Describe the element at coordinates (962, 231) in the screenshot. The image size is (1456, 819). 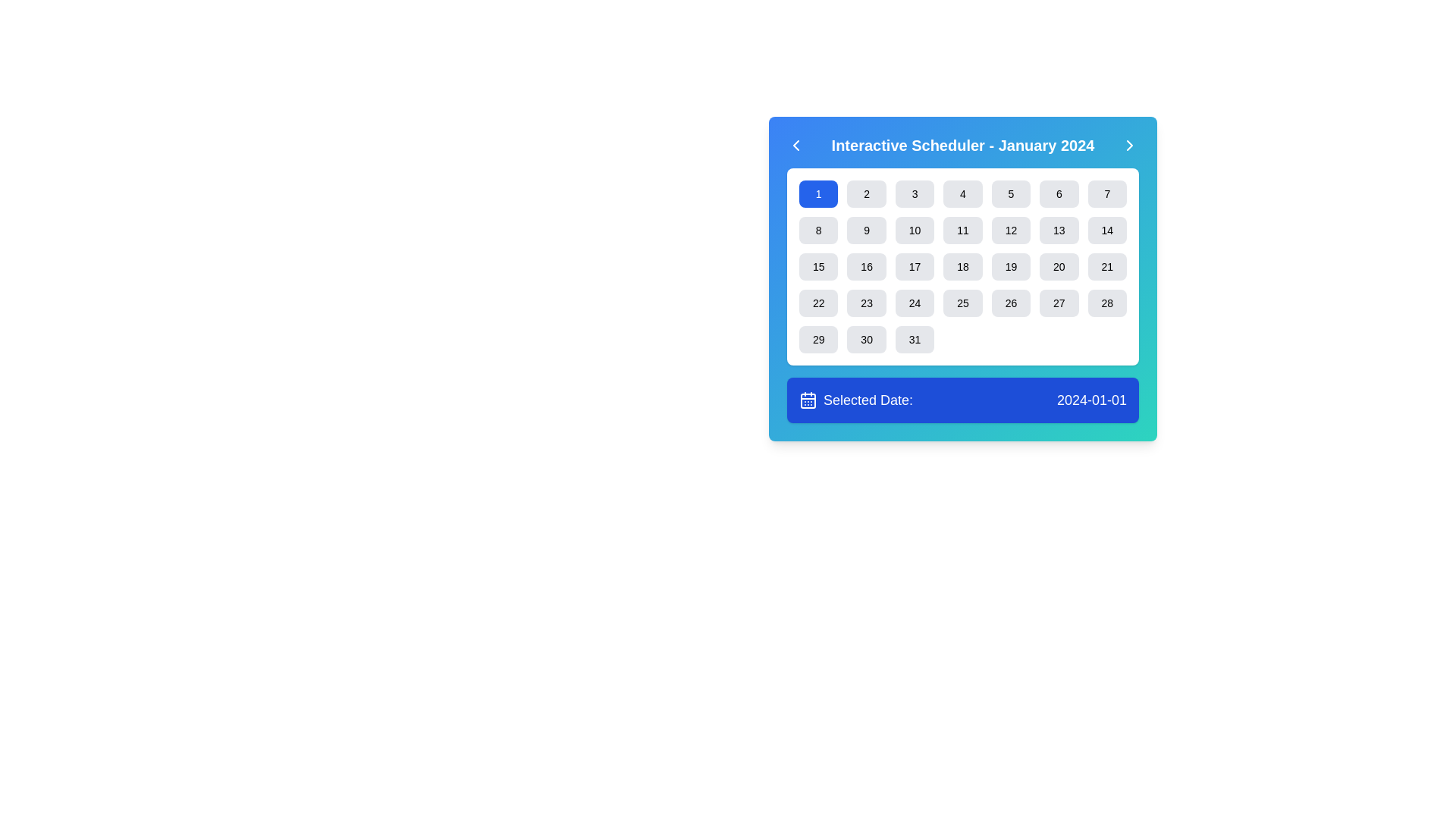
I see `the button representing the specific date in the second row and fourth column of the calendar grid` at that location.